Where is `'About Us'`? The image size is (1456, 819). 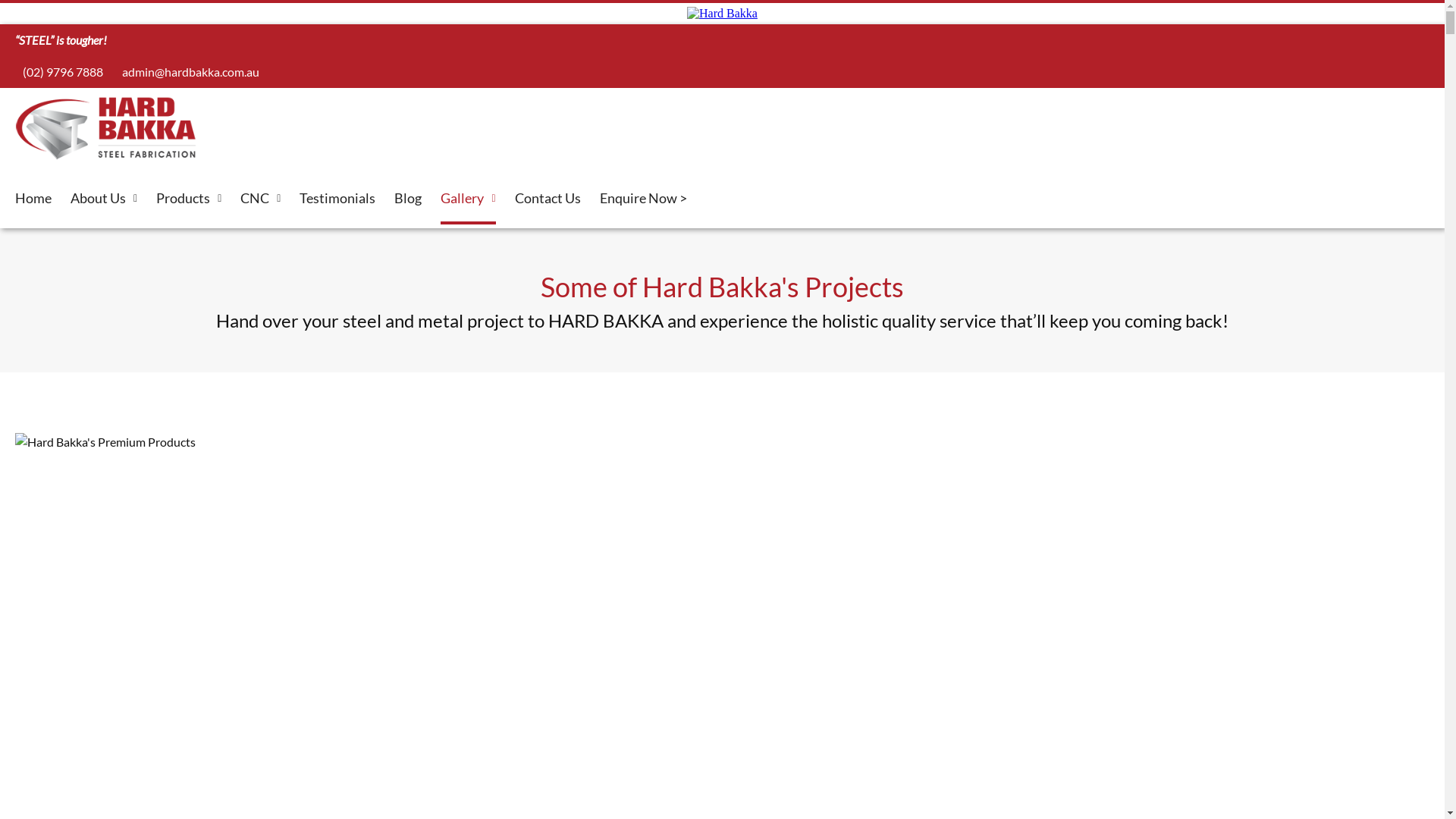 'About Us' is located at coordinates (103, 199).